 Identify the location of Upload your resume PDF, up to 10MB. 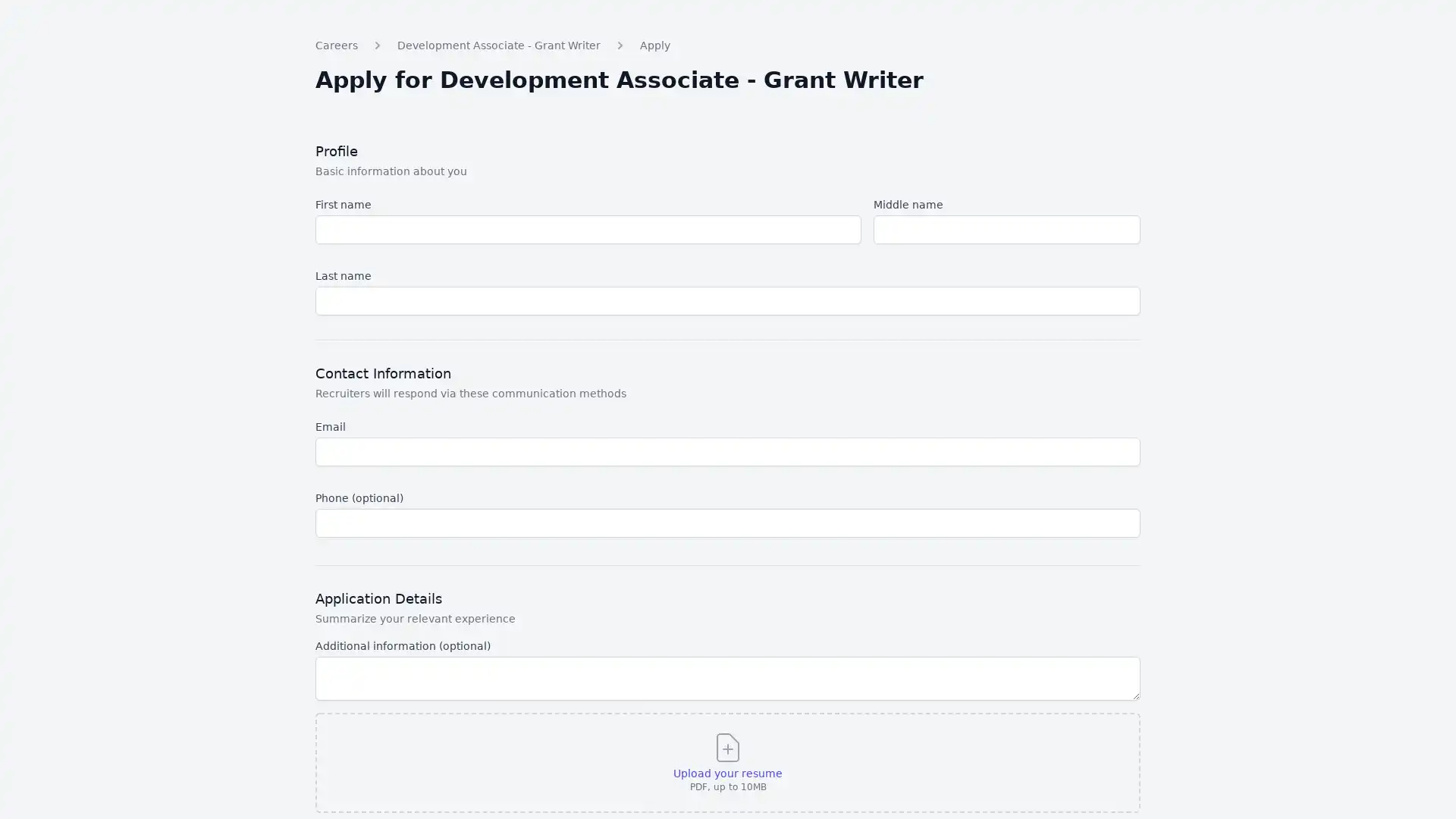
(726, 792).